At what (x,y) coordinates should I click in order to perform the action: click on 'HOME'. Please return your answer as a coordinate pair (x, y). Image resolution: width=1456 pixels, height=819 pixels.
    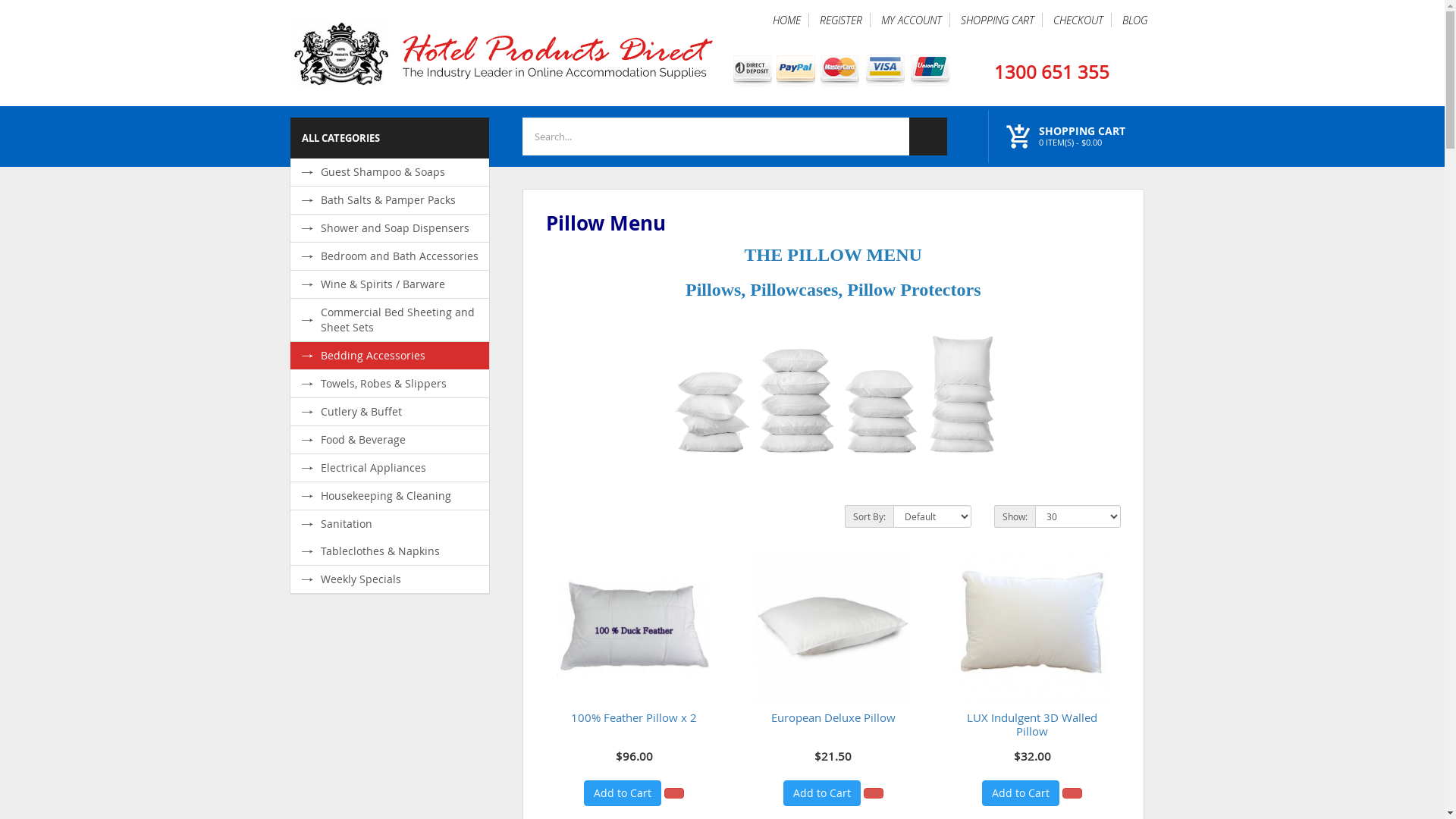
    Looking at the image, I should click on (786, 20).